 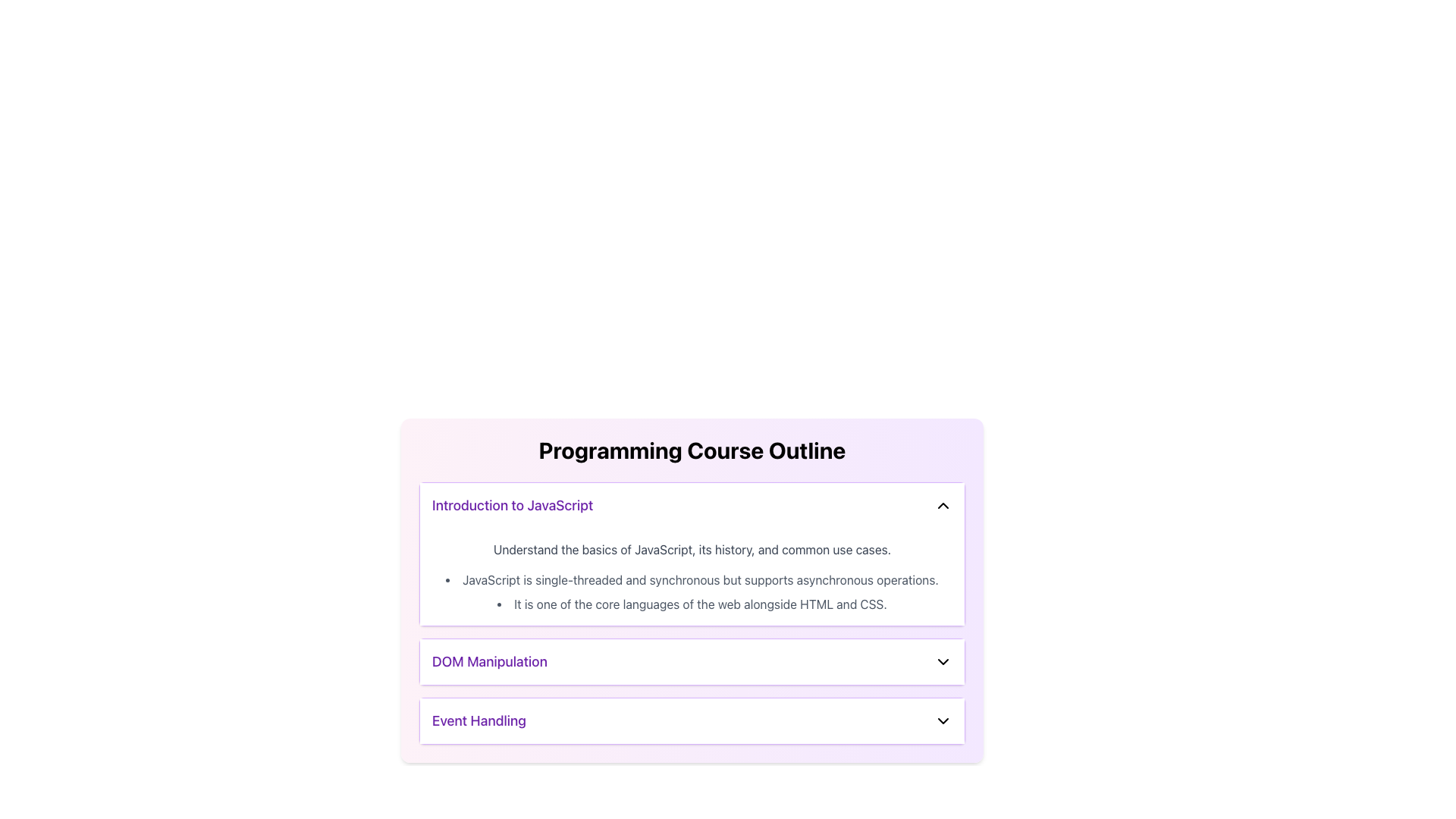 What do you see at coordinates (479, 720) in the screenshot?
I see `text content of the Text Label displaying 'Event Handling', which is bold and purple, located below the 'DOM Manipulation' heading in the 'Programming Course Outline'` at bounding box center [479, 720].